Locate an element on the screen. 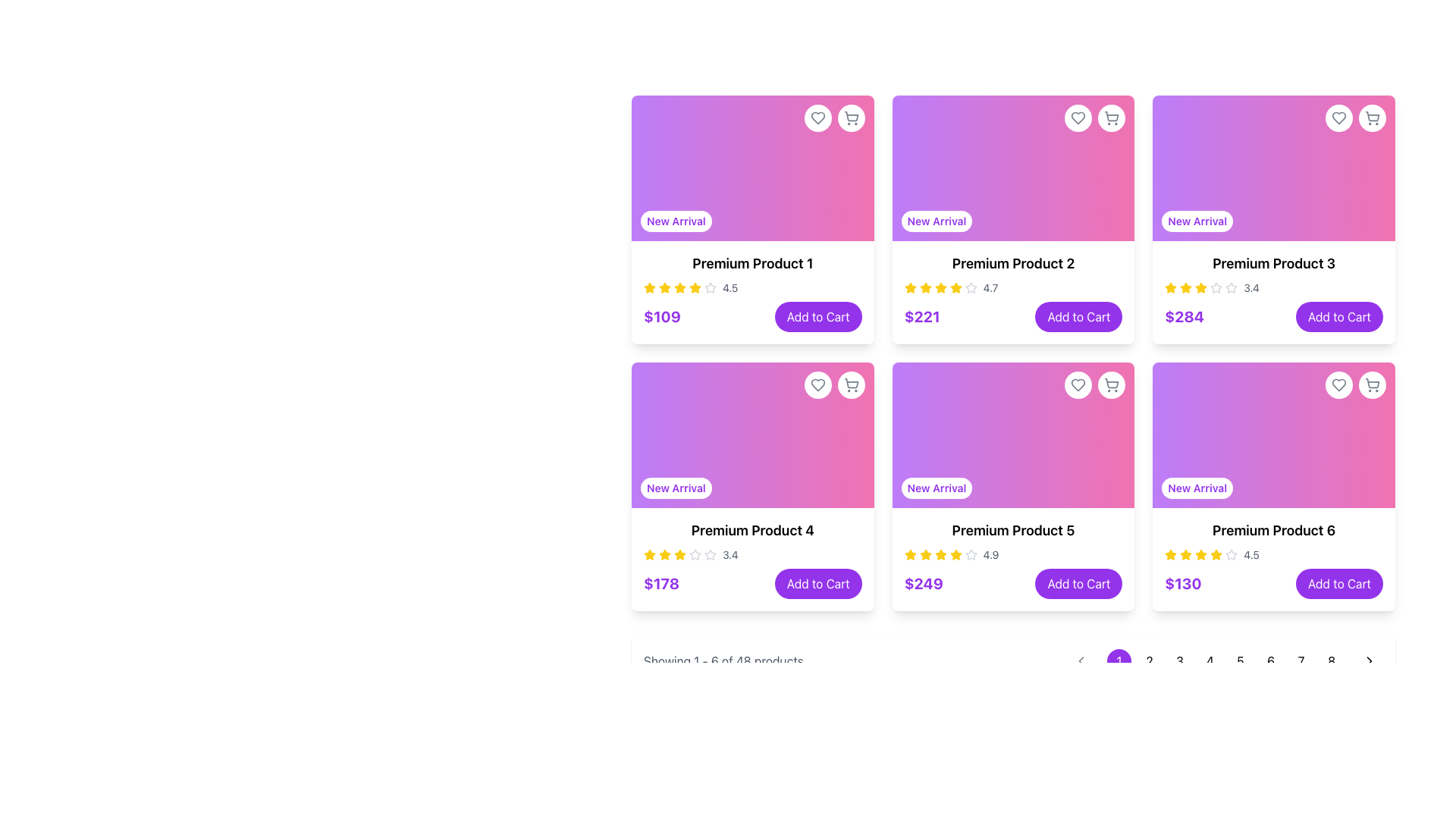 Image resolution: width=1456 pixels, height=819 pixels. the fifth star icon in the Premium Product 5 card, which visually indicates a product rating of 4.9 is located at coordinates (940, 554).